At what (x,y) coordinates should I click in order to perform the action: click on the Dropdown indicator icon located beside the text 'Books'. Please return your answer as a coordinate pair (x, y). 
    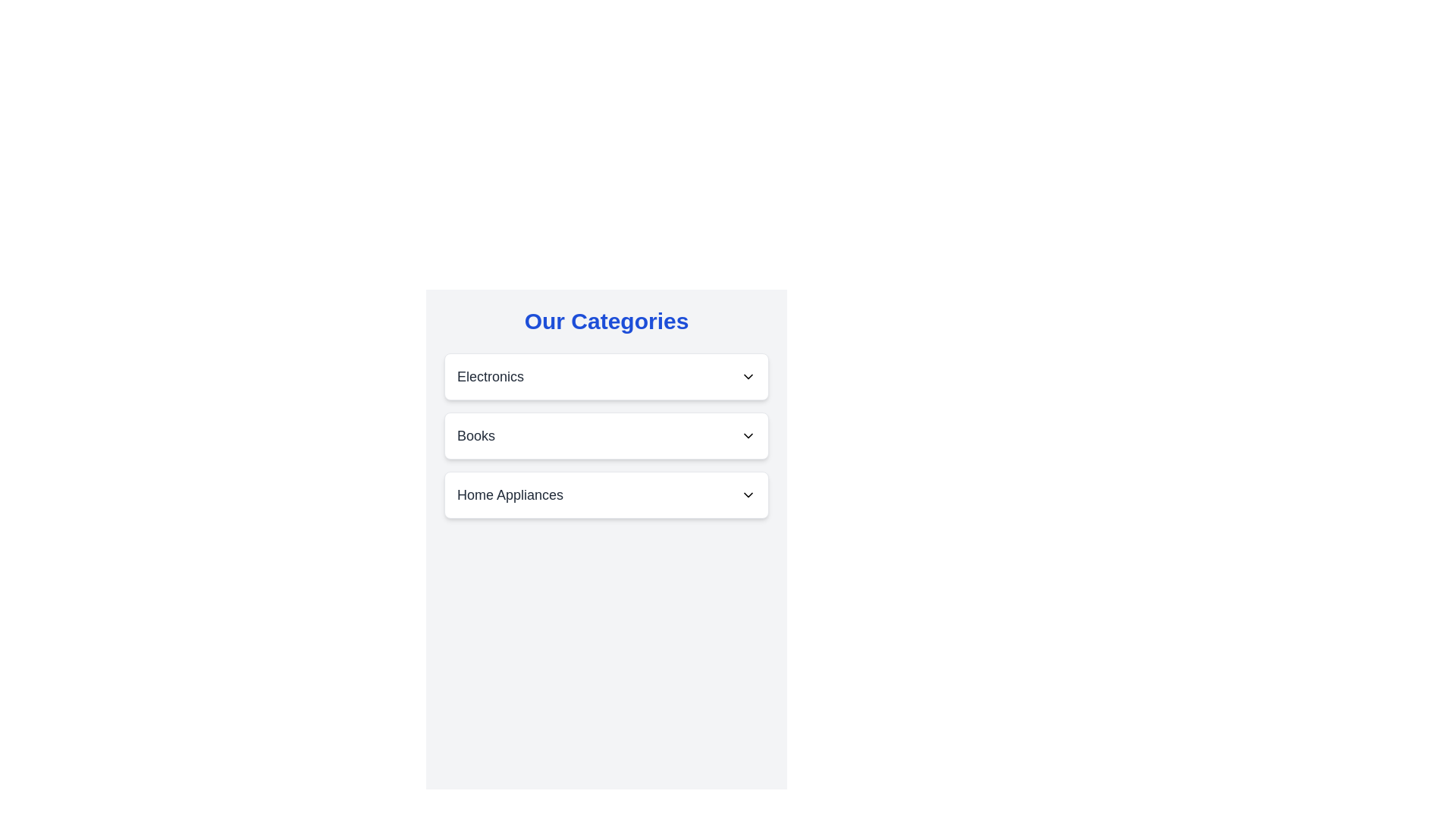
    Looking at the image, I should click on (748, 435).